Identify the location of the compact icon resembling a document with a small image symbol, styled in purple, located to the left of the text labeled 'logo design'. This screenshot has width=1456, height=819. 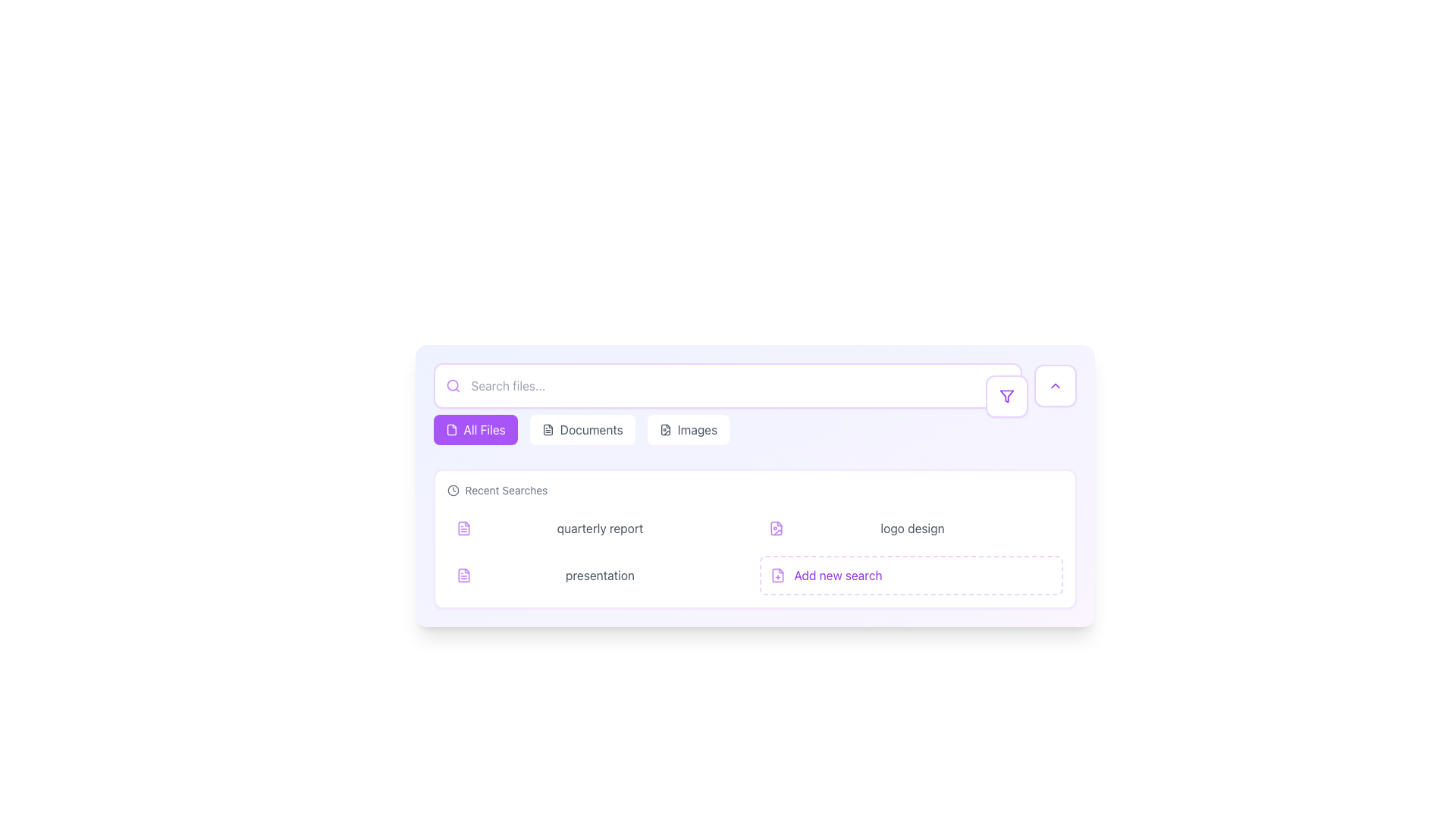
(776, 528).